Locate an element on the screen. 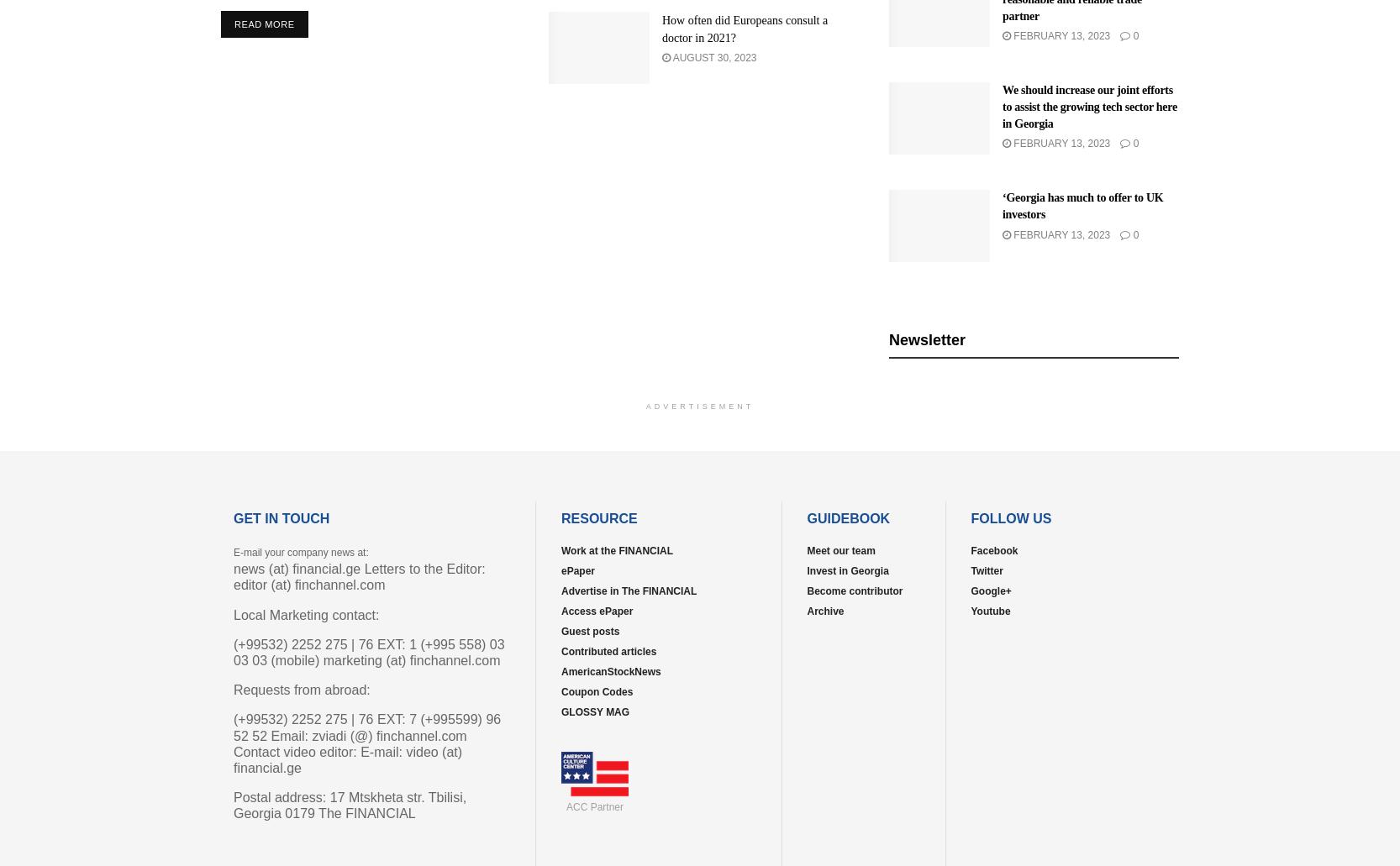 Image resolution: width=1400 pixels, height=866 pixels. 'in' is located at coordinates (457, 648).